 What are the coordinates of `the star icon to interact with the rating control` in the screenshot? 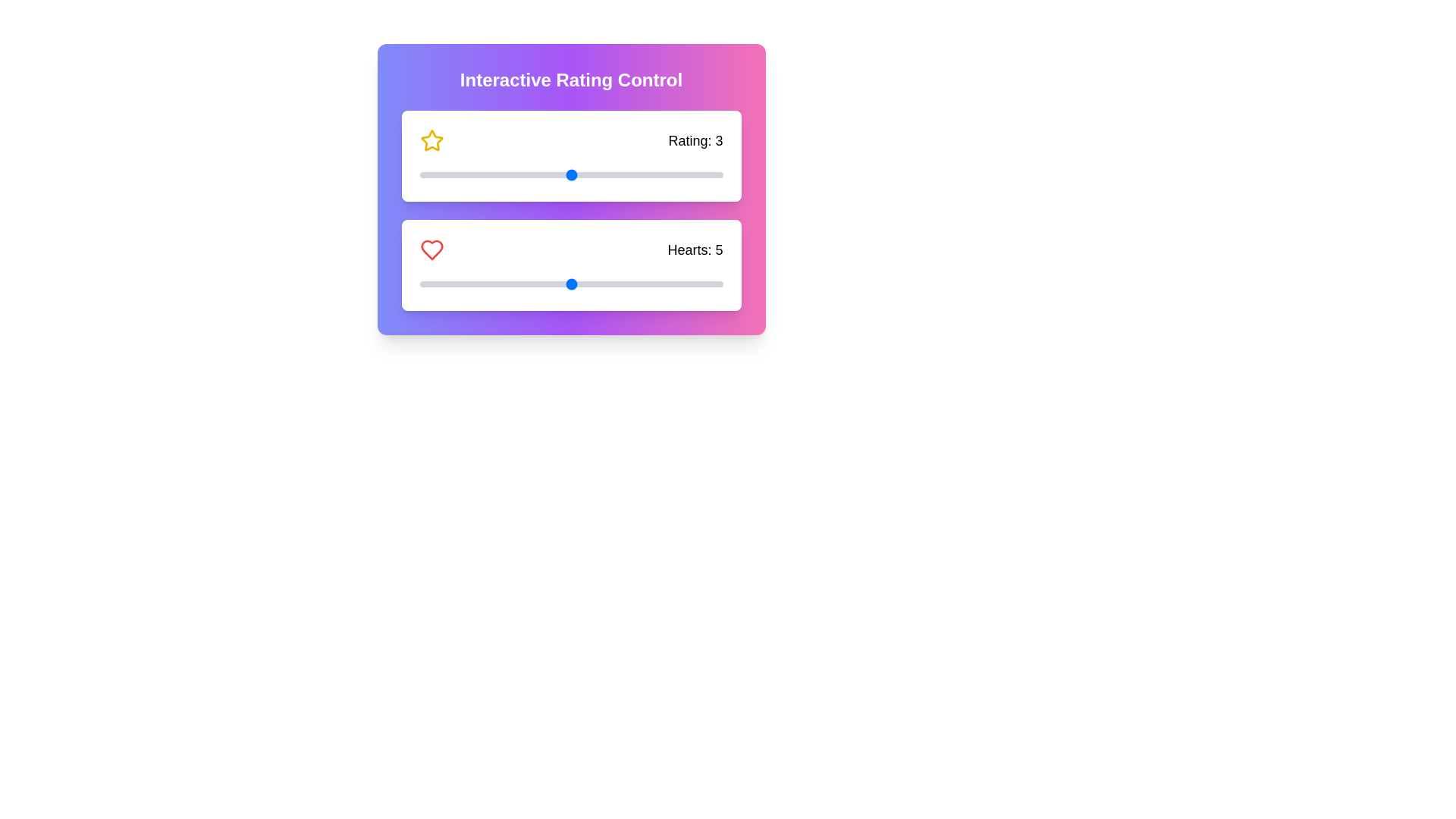 It's located at (431, 140).